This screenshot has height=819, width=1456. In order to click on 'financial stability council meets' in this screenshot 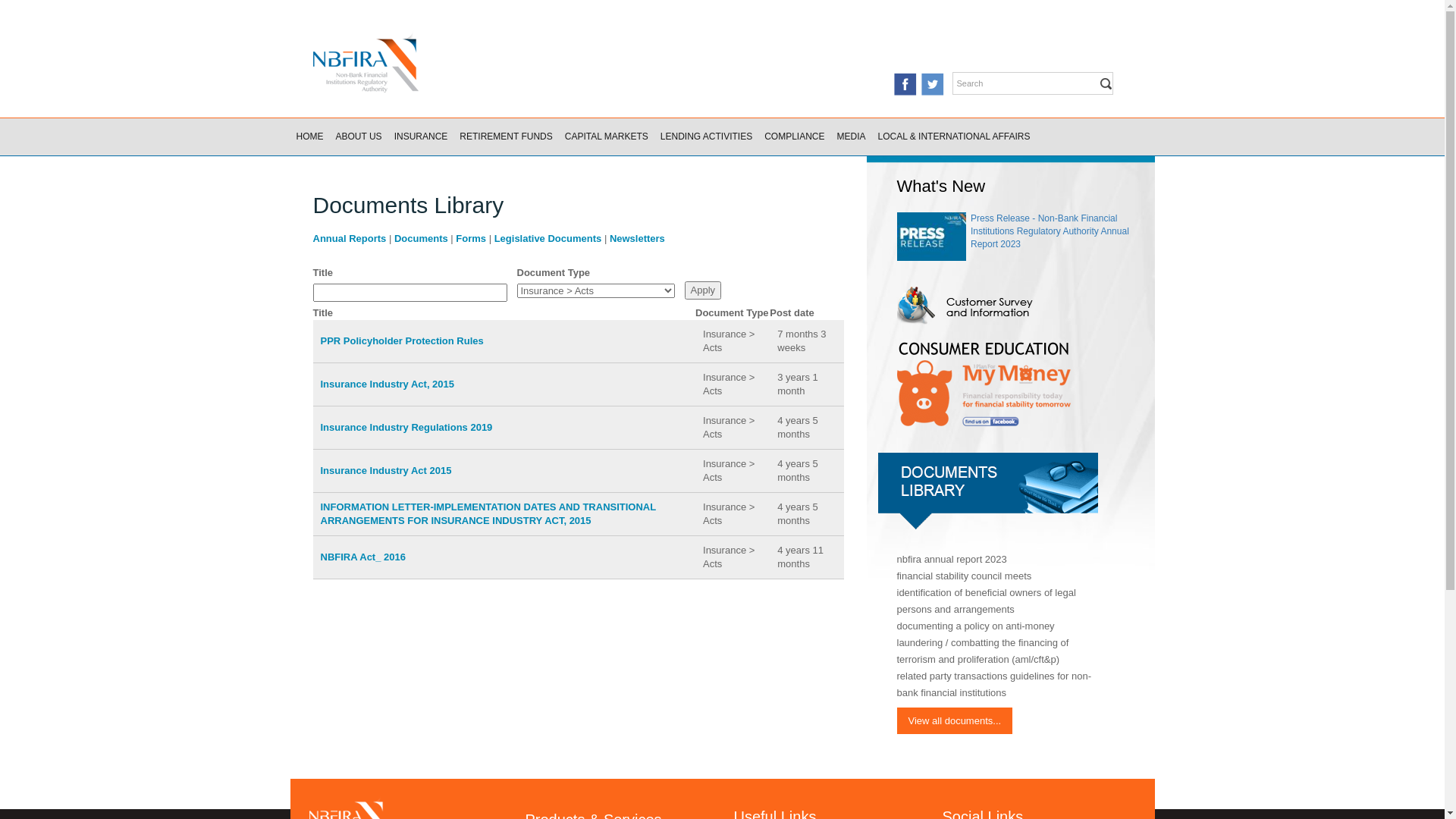, I will do `click(963, 576)`.